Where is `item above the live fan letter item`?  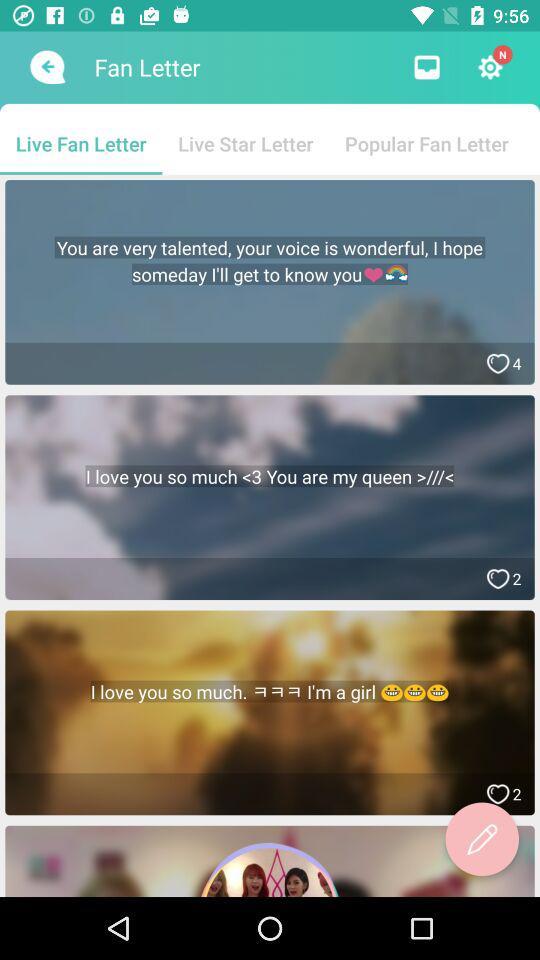 item above the live fan letter item is located at coordinates (45, 67).